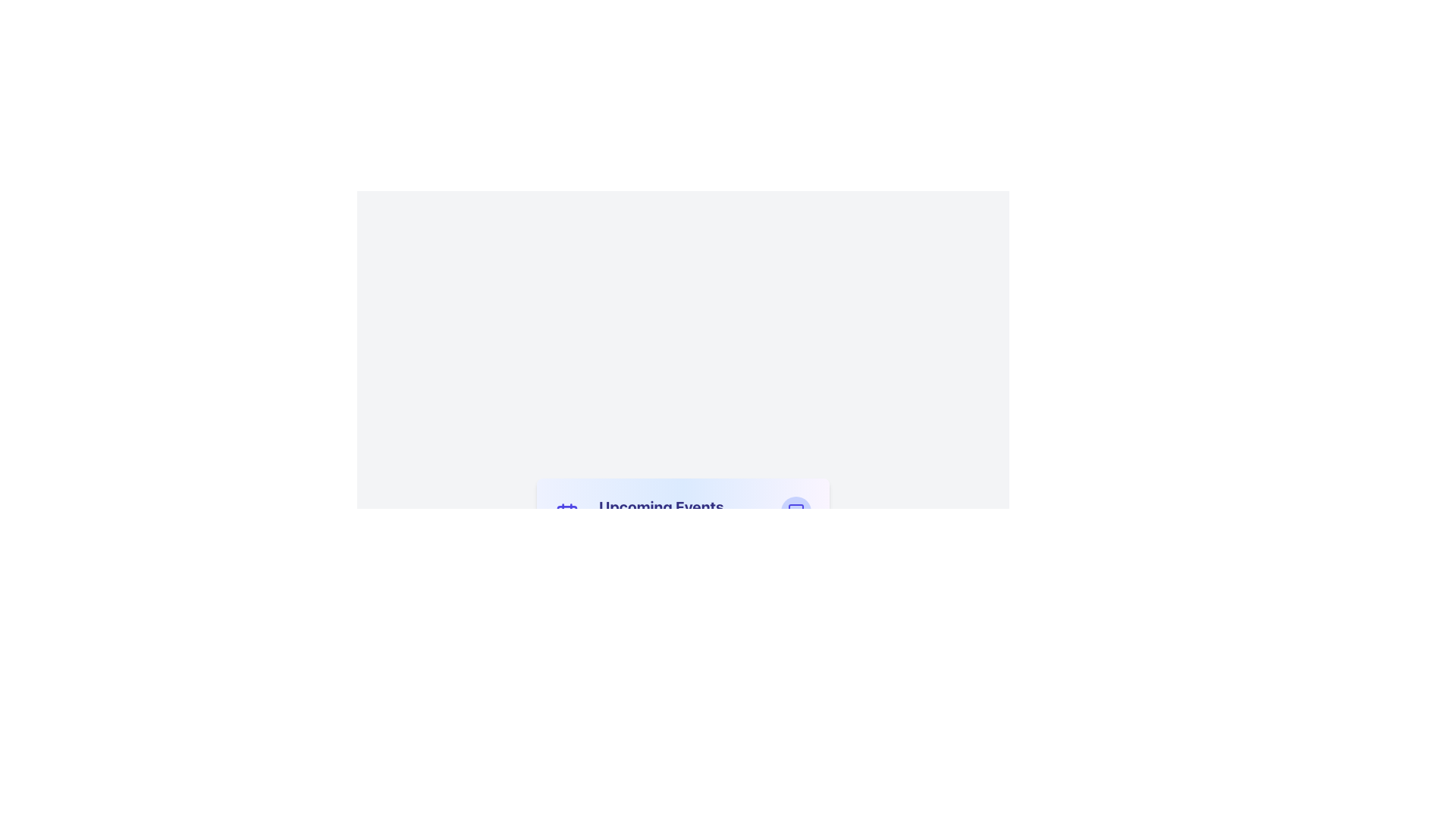  Describe the element at coordinates (661, 513) in the screenshot. I see `text from the Section Header titled 'Upcoming Events' with the subtitle 'Track your events effectively', which serves as a header for the events section` at that location.